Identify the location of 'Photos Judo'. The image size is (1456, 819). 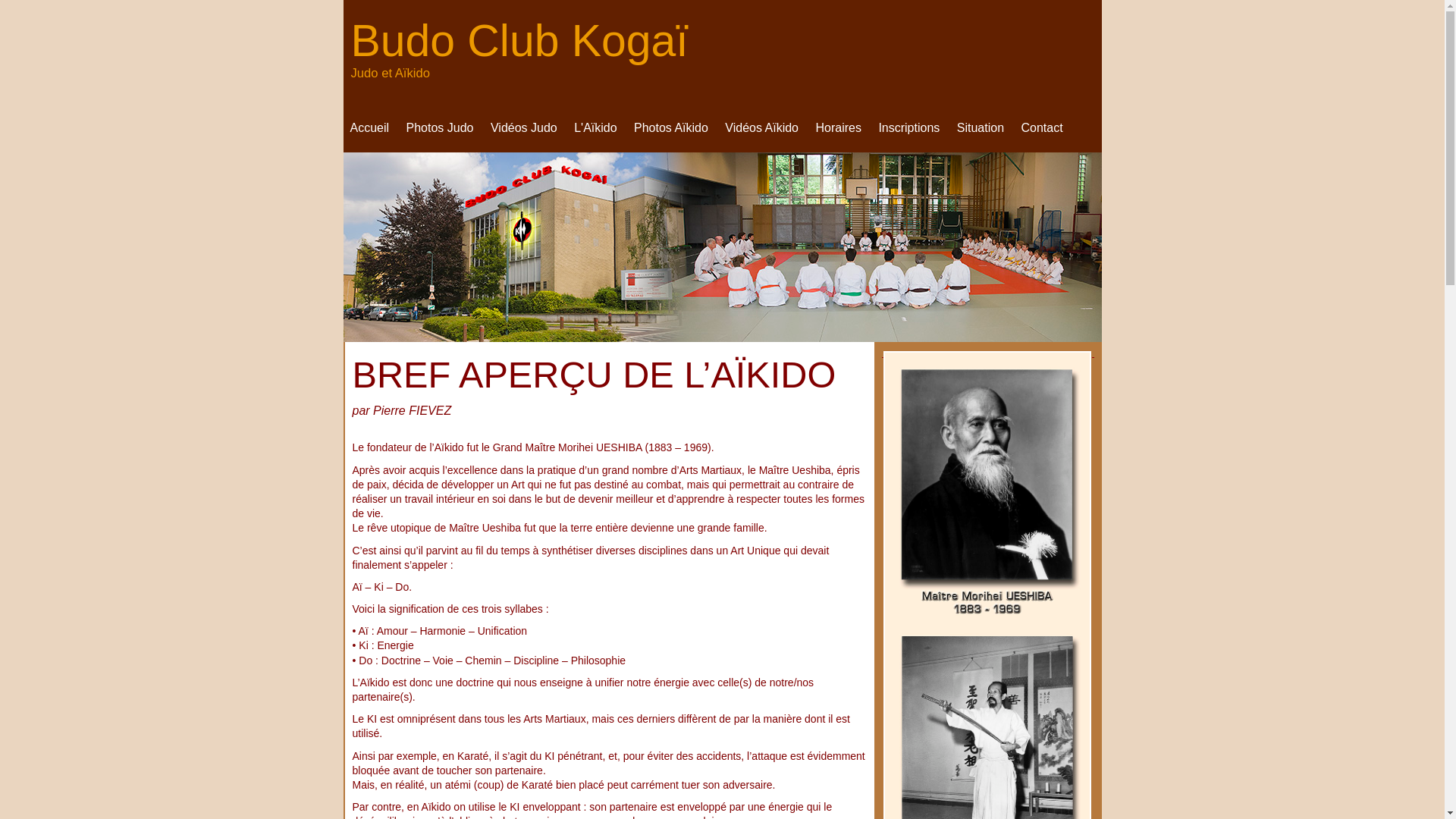
(400, 124).